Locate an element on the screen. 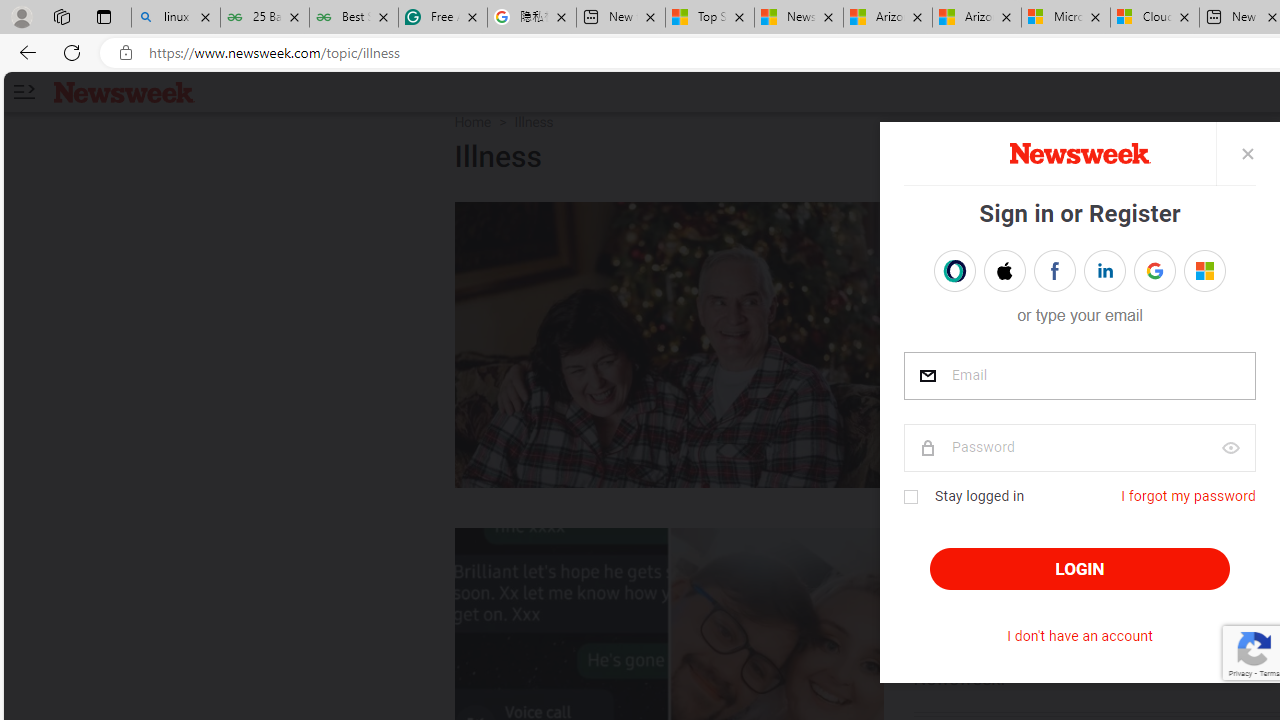 The image size is (1280, 720). 'Newsweek logo' is located at coordinates (123, 91).